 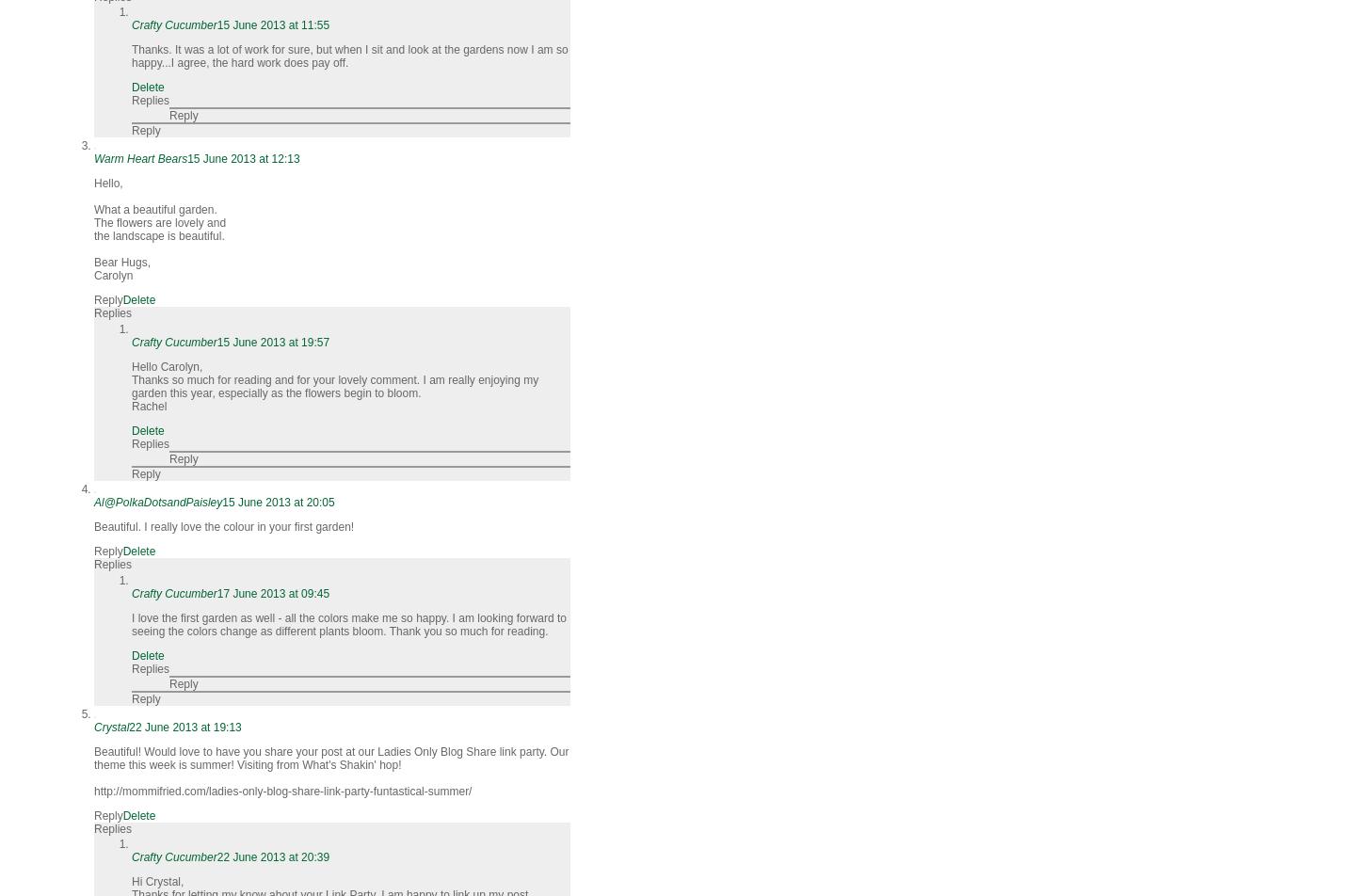 I want to click on 'Crystal', so click(x=93, y=728).